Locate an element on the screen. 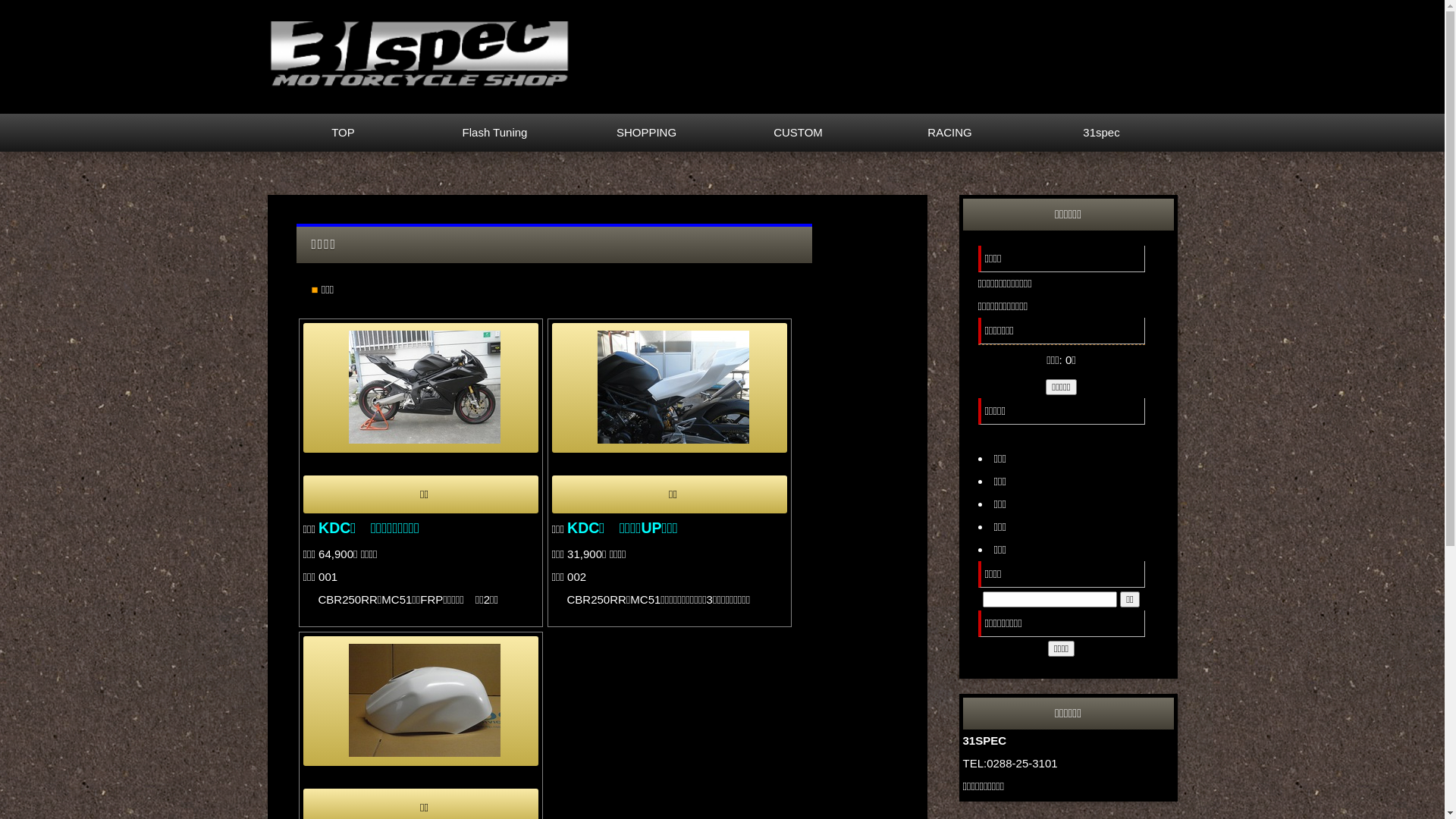  'SHOPPING' is located at coordinates (570, 131).